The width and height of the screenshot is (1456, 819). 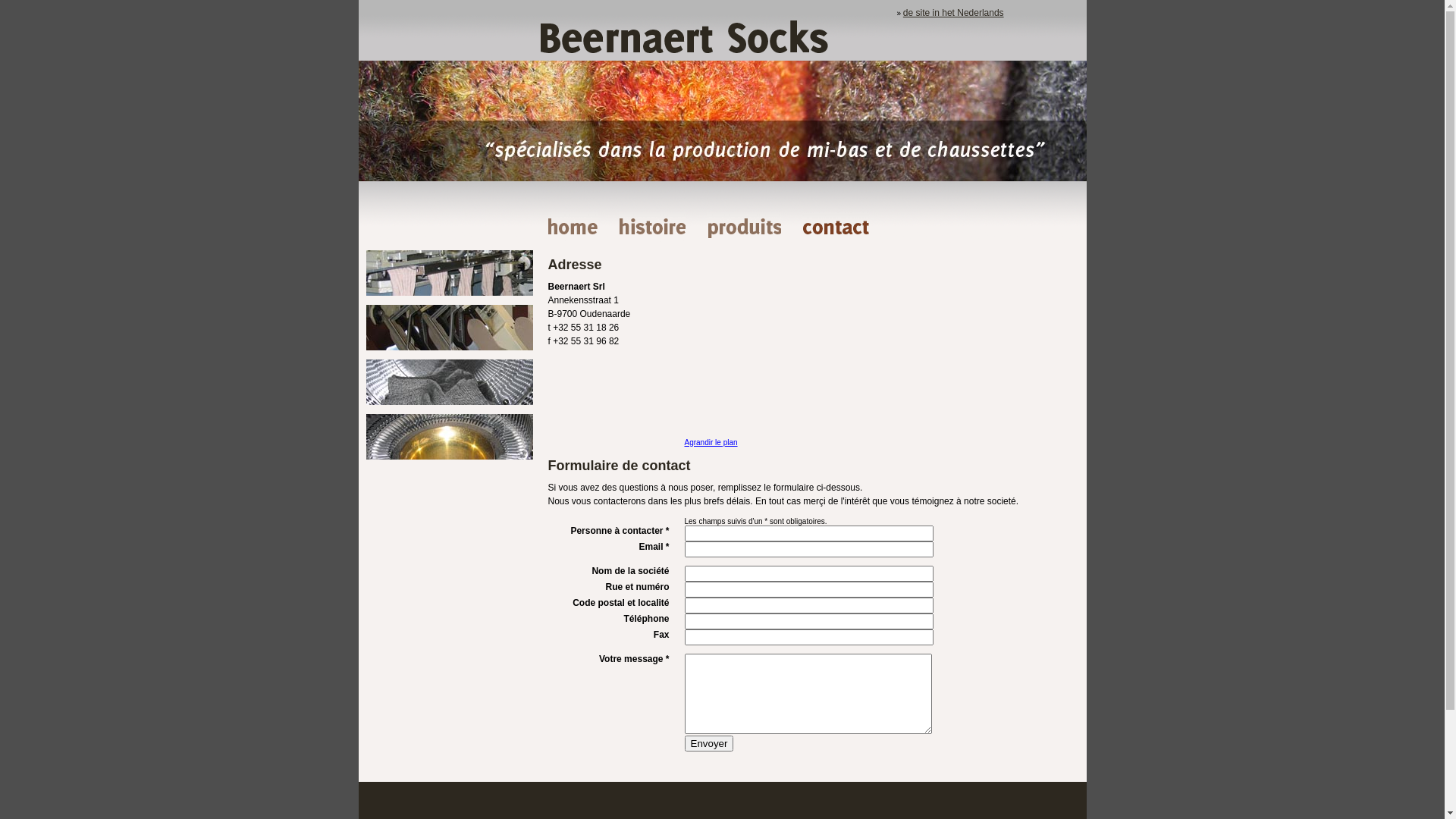 I want to click on 'Envoyer', so click(x=683, y=742).